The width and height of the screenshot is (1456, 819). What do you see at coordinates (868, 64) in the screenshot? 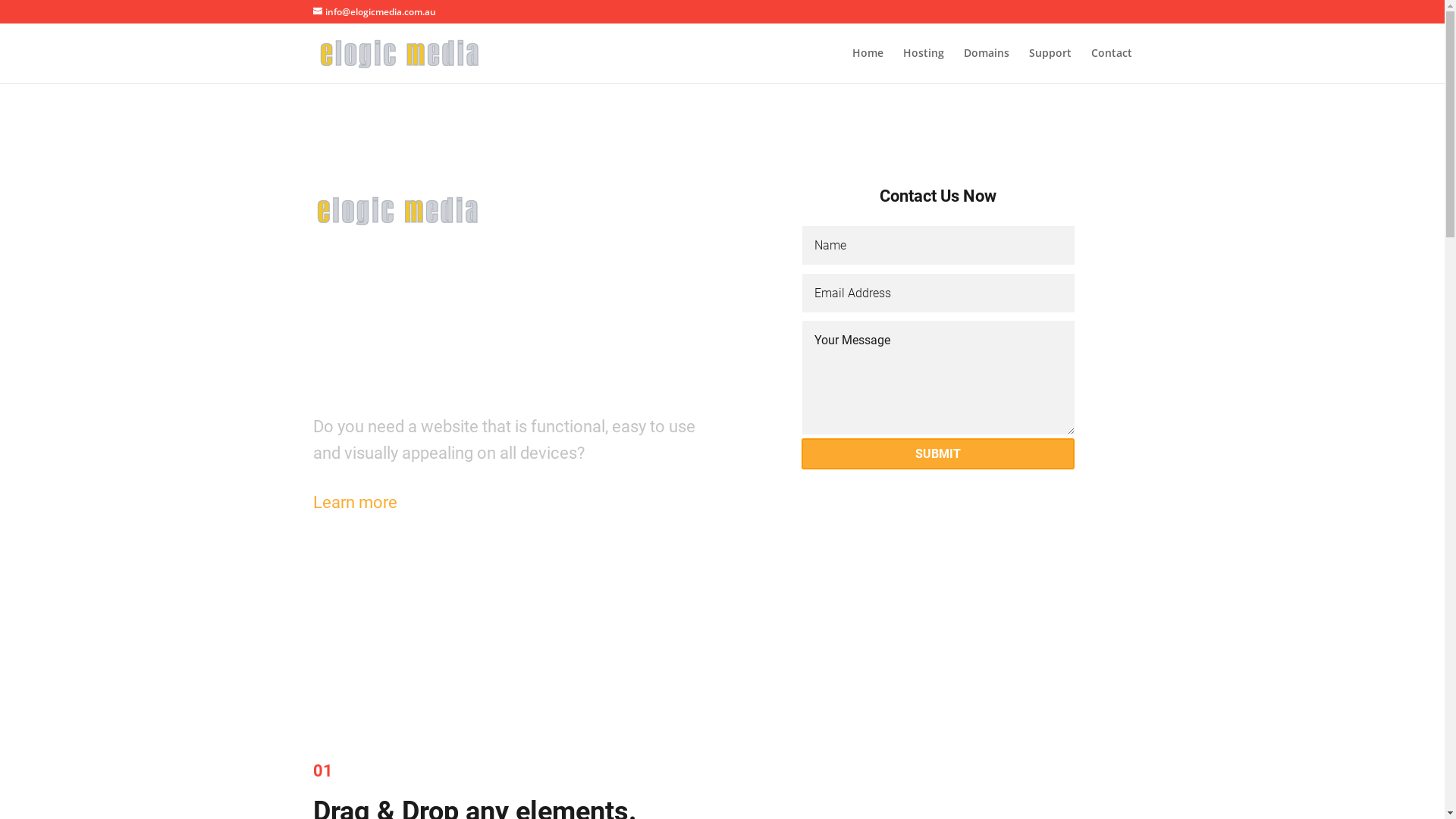
I see `'Home'` at bounding box center [868, 64].